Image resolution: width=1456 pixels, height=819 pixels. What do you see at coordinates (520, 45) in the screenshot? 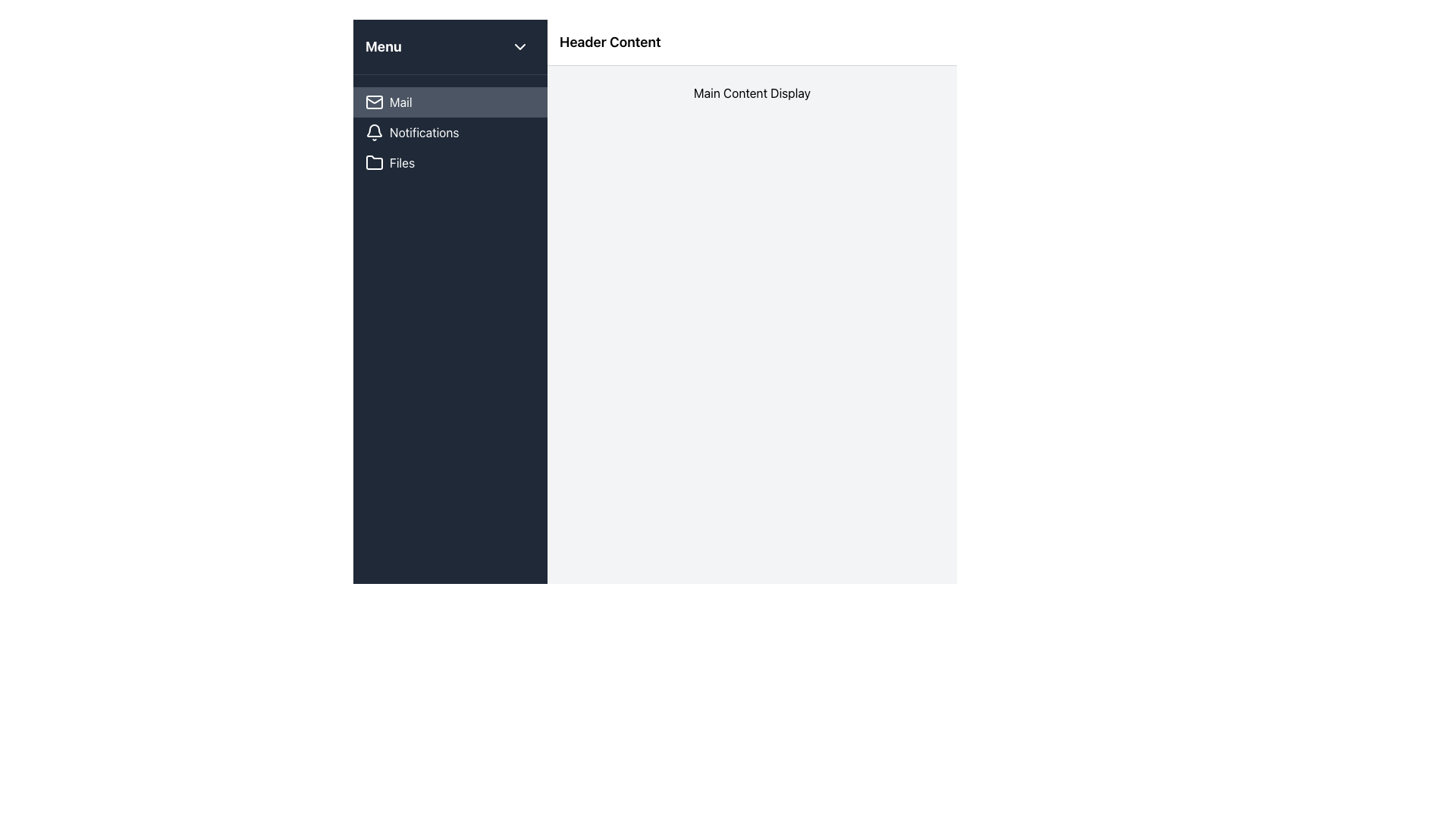
I see `the toggle button icon with a downward-pointing chevron located in the top-right corner of the 'Menu' header section` at bounding box center [520, 45].